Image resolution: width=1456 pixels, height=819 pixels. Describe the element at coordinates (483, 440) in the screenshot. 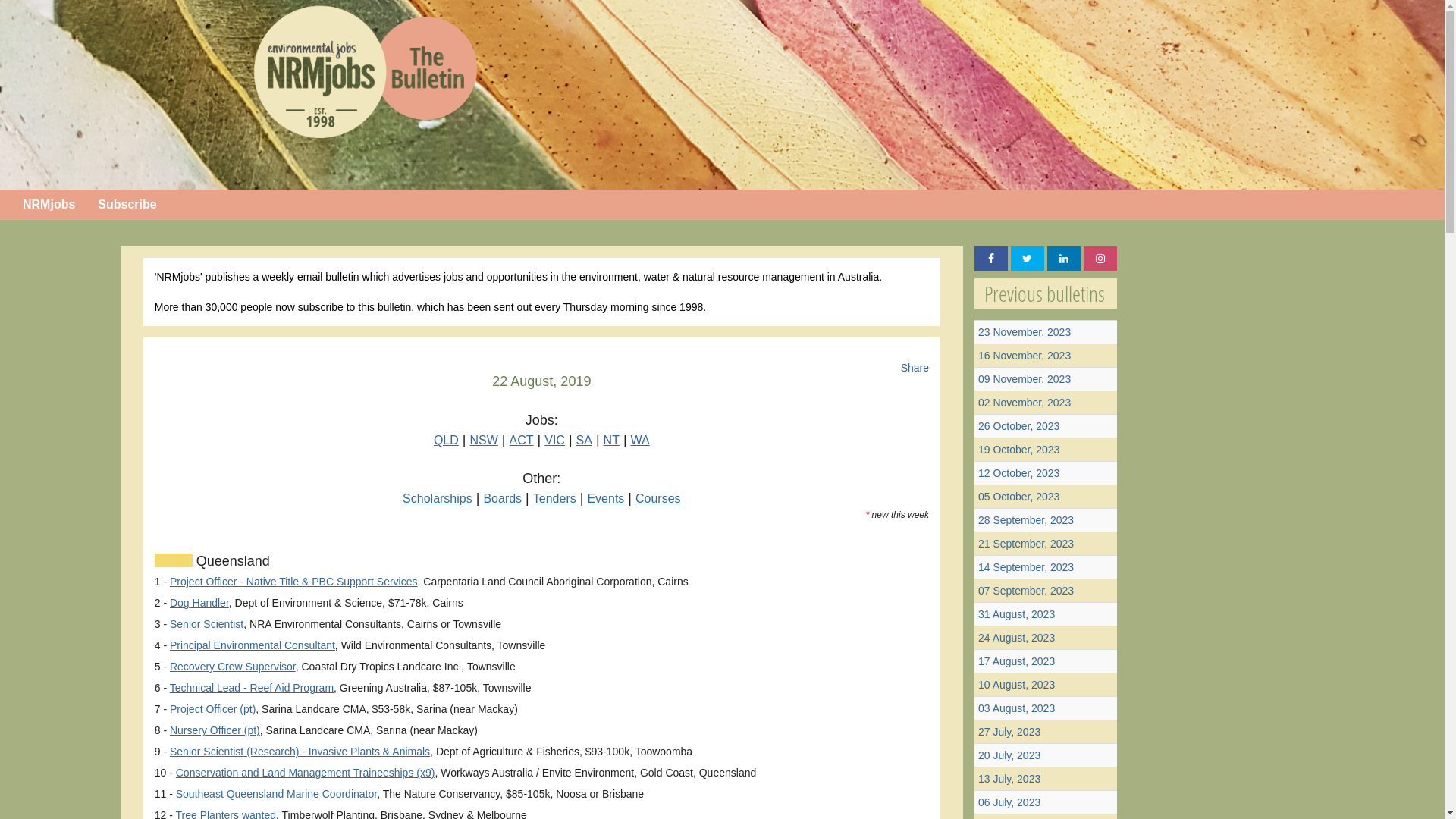

I see `'NSW'` at that location.